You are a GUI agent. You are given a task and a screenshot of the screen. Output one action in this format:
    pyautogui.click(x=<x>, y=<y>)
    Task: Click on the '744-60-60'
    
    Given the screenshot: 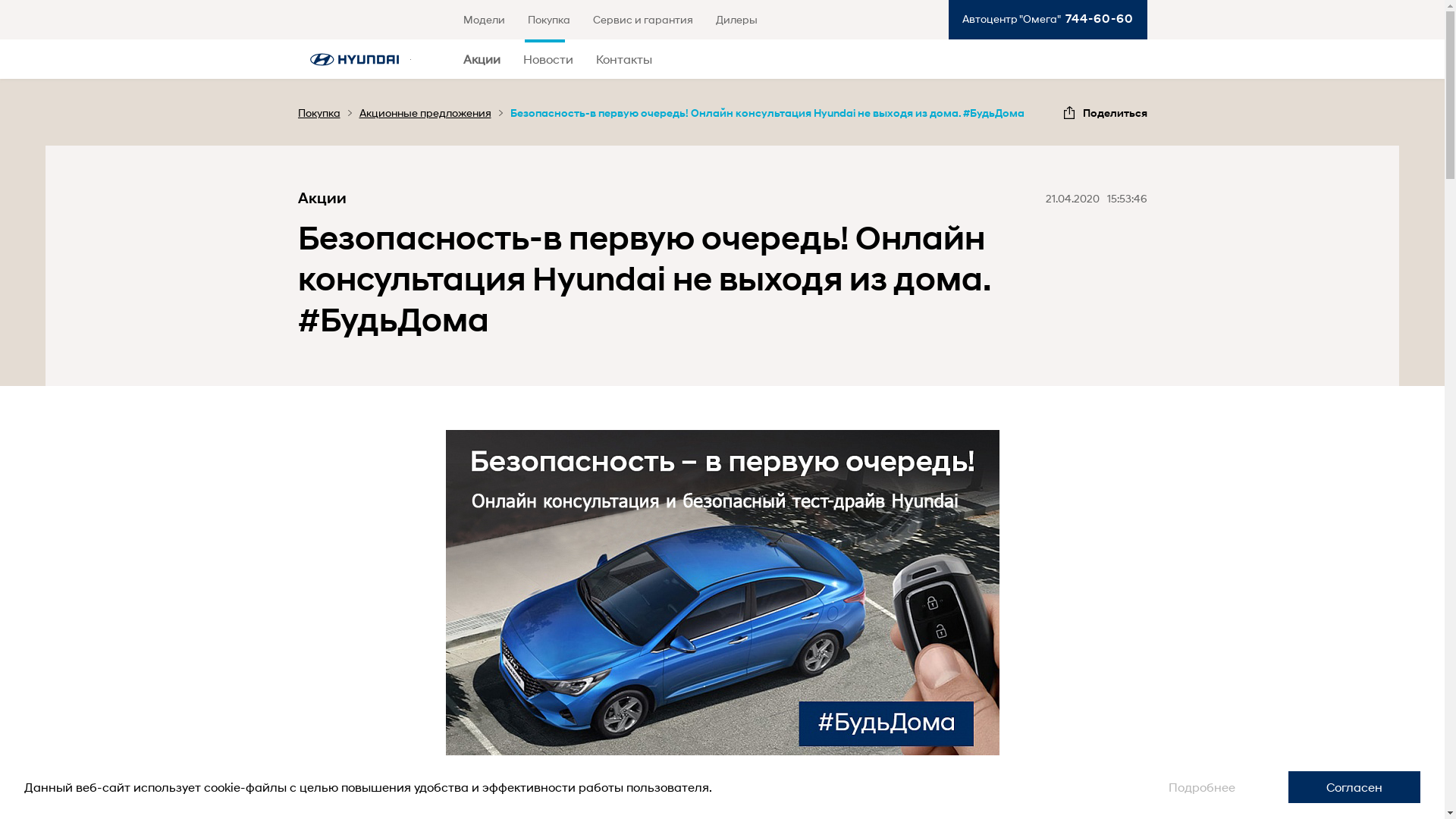 What is the action you would take?
    pyautogui.click(x=1059, y=18)
    